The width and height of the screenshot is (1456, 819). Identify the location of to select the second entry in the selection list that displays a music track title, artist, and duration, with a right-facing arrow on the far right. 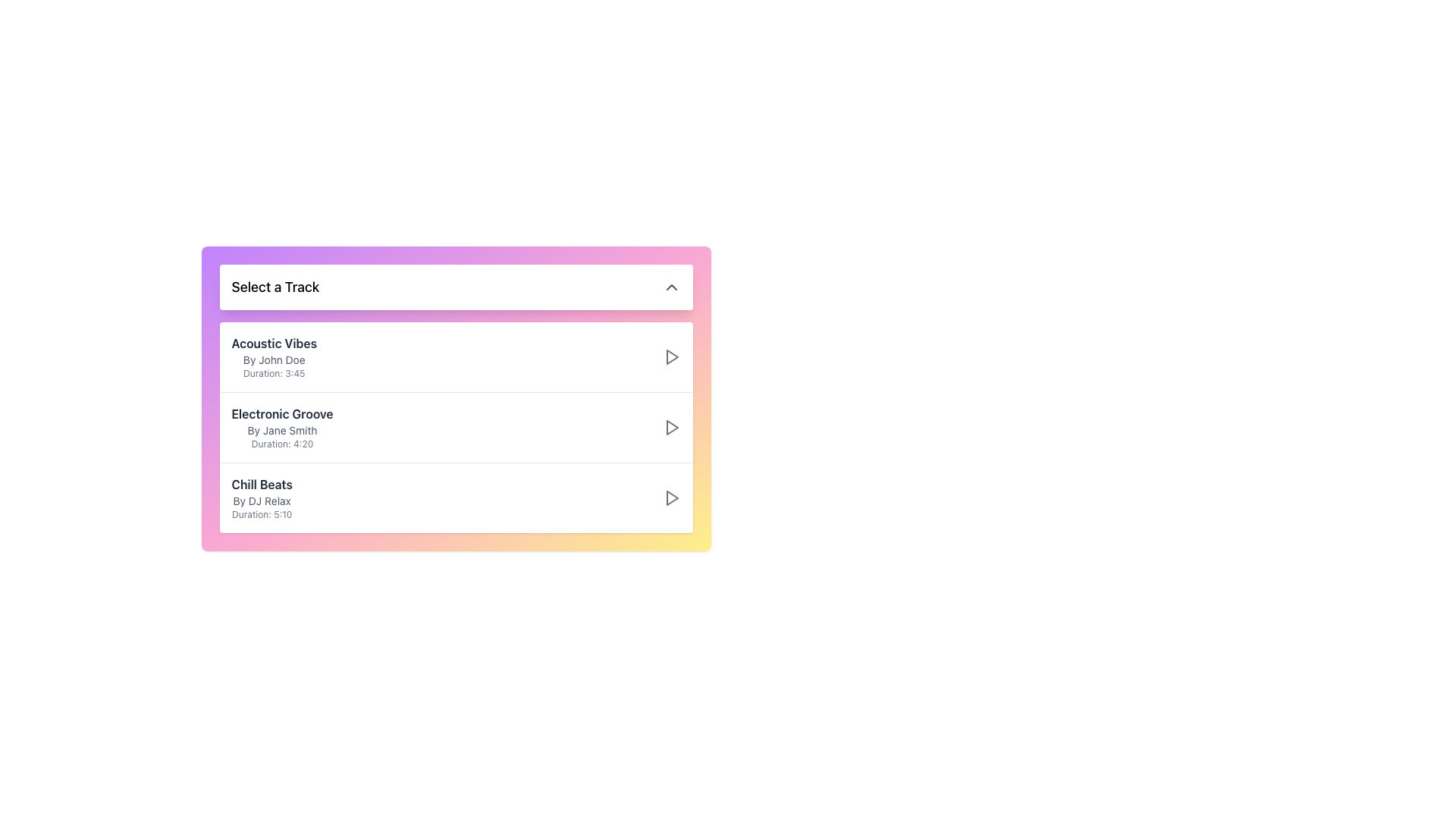
(455, 427).